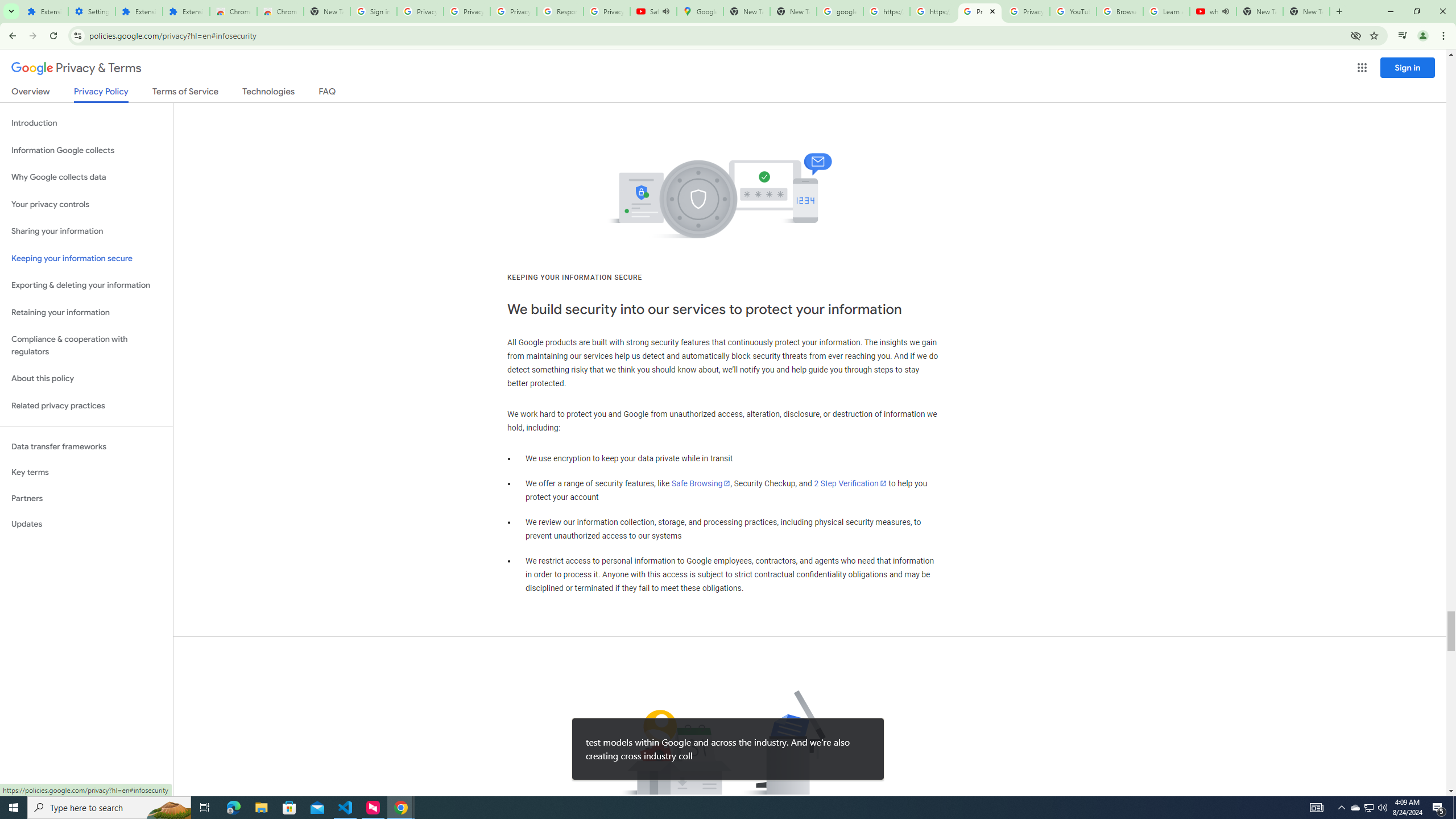 The image size is (1456, 819). I want to click on 'Sign in - Google Accounts', so click(373, 11).